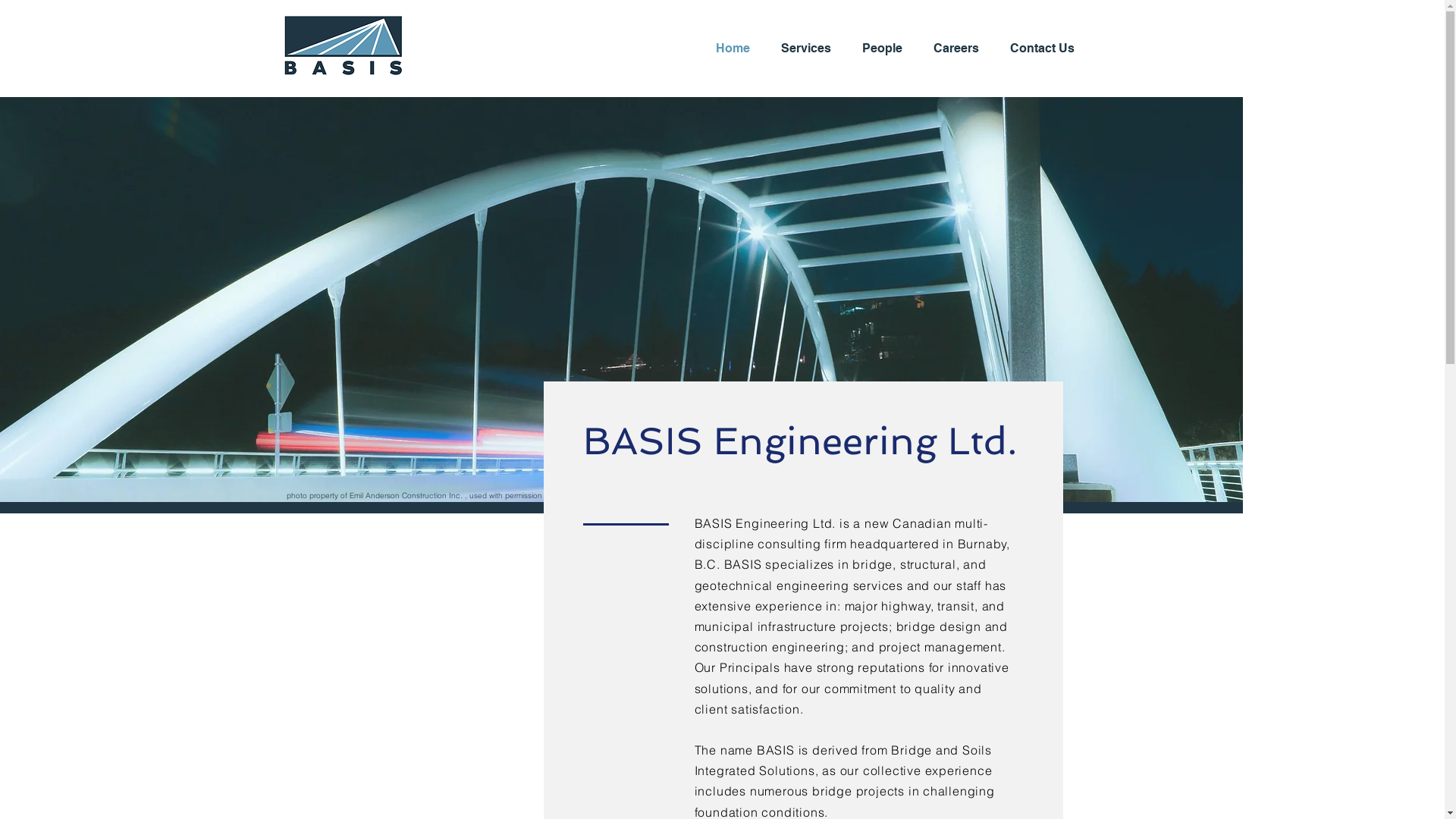 The width and height of the screenshot is (1456, 819). I want to click on 'Services', so click(808, 48).